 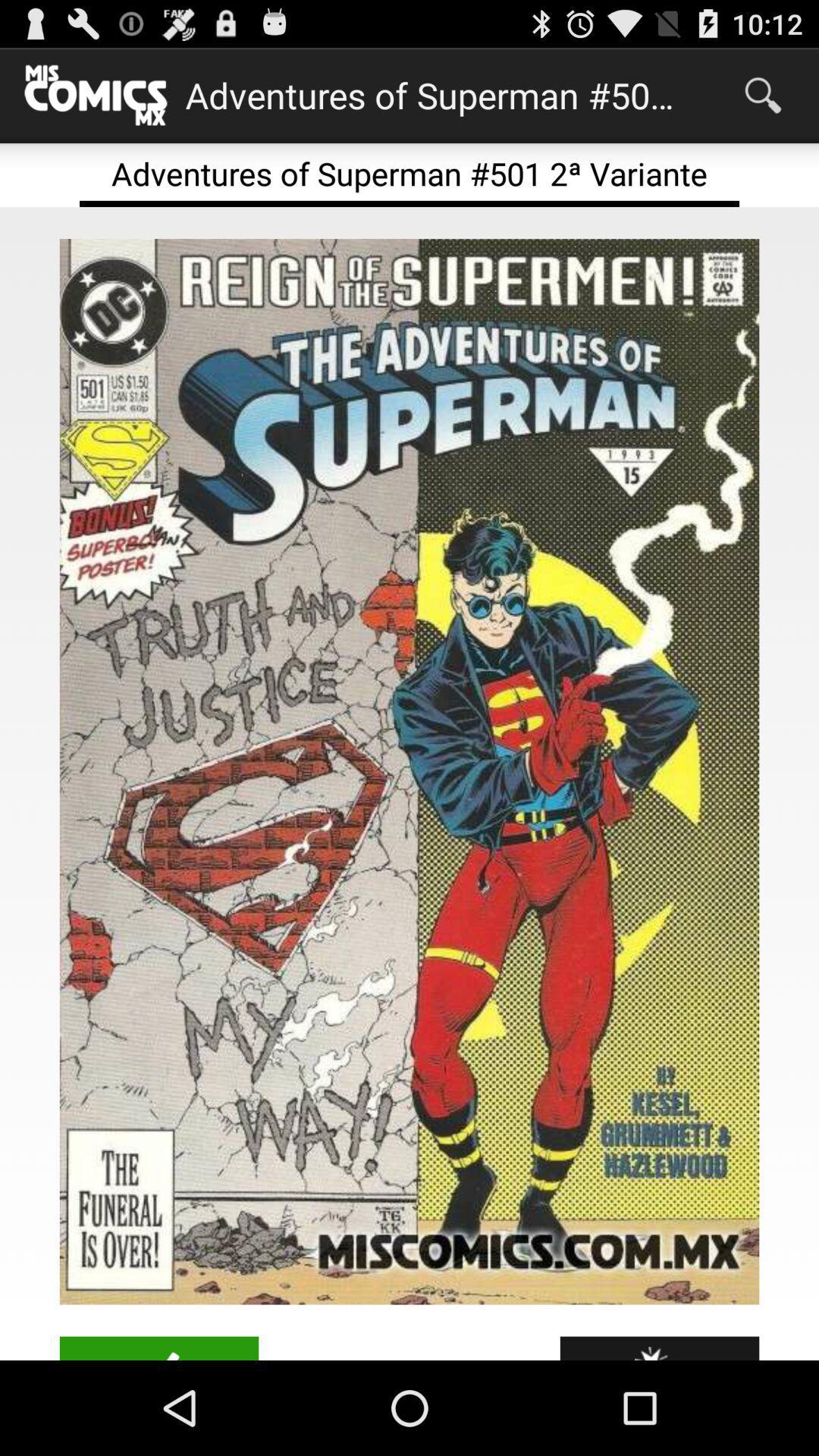 What do you see at coordinates (158, 1348) in the screenshot?
I see `the icon at the bottom left corner` at bounding box center [158, 1348].